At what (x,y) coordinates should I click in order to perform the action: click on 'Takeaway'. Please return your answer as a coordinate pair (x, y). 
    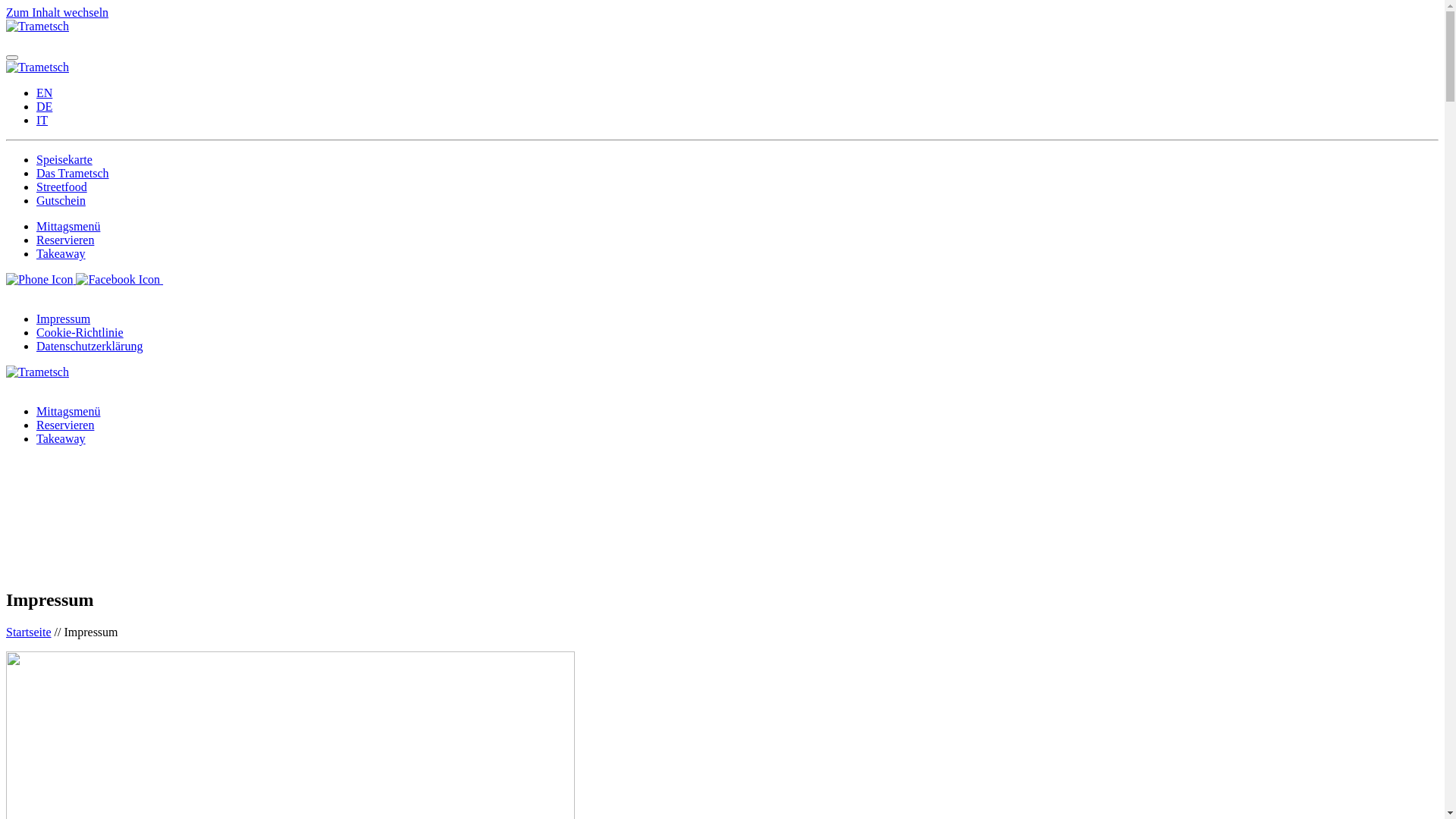
    Looking at the image, I should click on (61, 253).